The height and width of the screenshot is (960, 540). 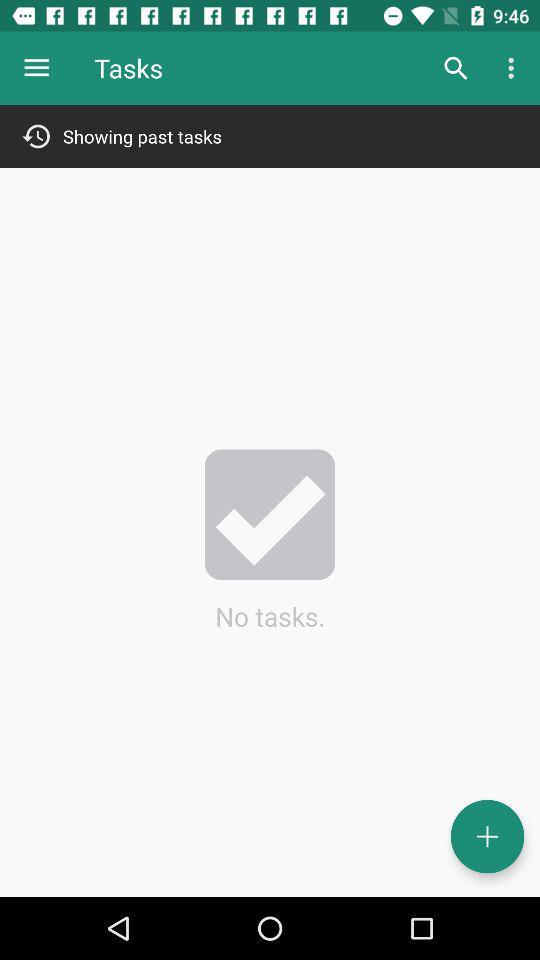 I want to click on the icon below the no tasks. icon, so click(x=486, y=836).